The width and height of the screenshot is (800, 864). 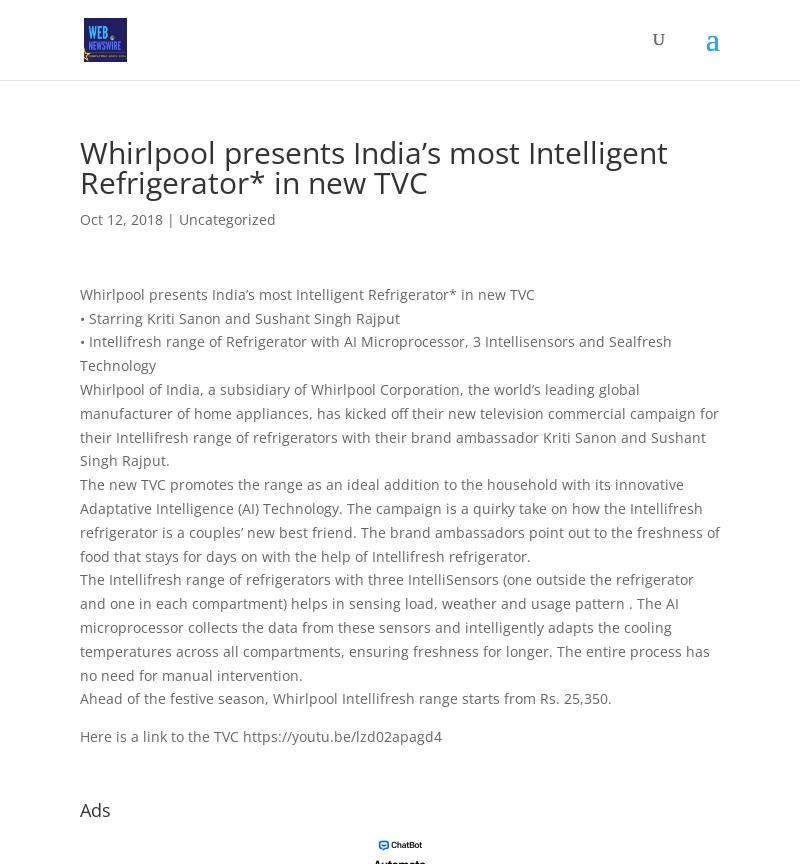 What do you see at coordinates (259, 736) in the screenshot?
I see `'Here is a link to the TVC https://youtu.be/lzd02apagd4'` at bounding box center [259, 736].